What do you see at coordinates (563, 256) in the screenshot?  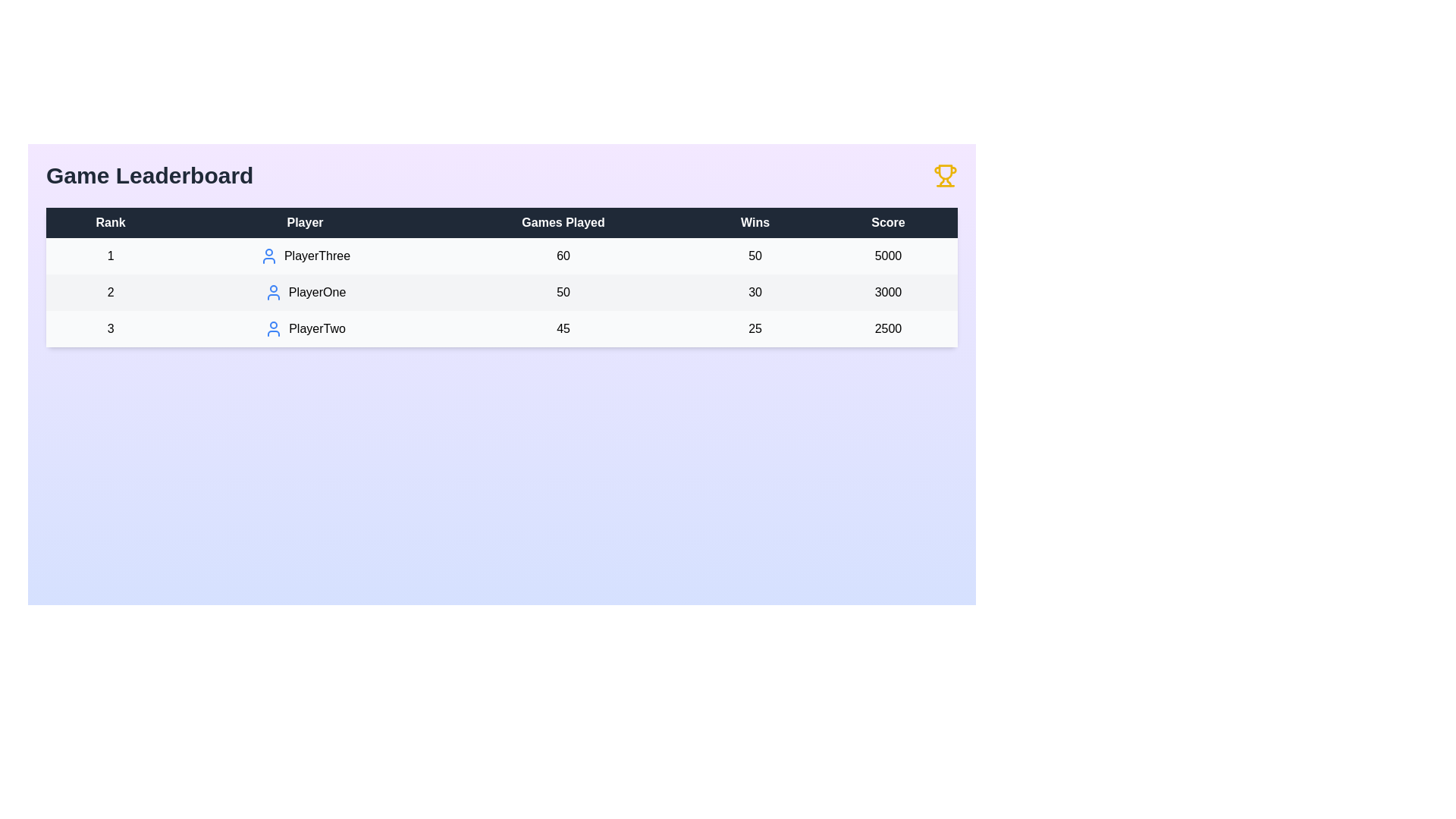 I see `the text displaying the number of games played by 'PlayerThree'` at bounding box center [563, 256].